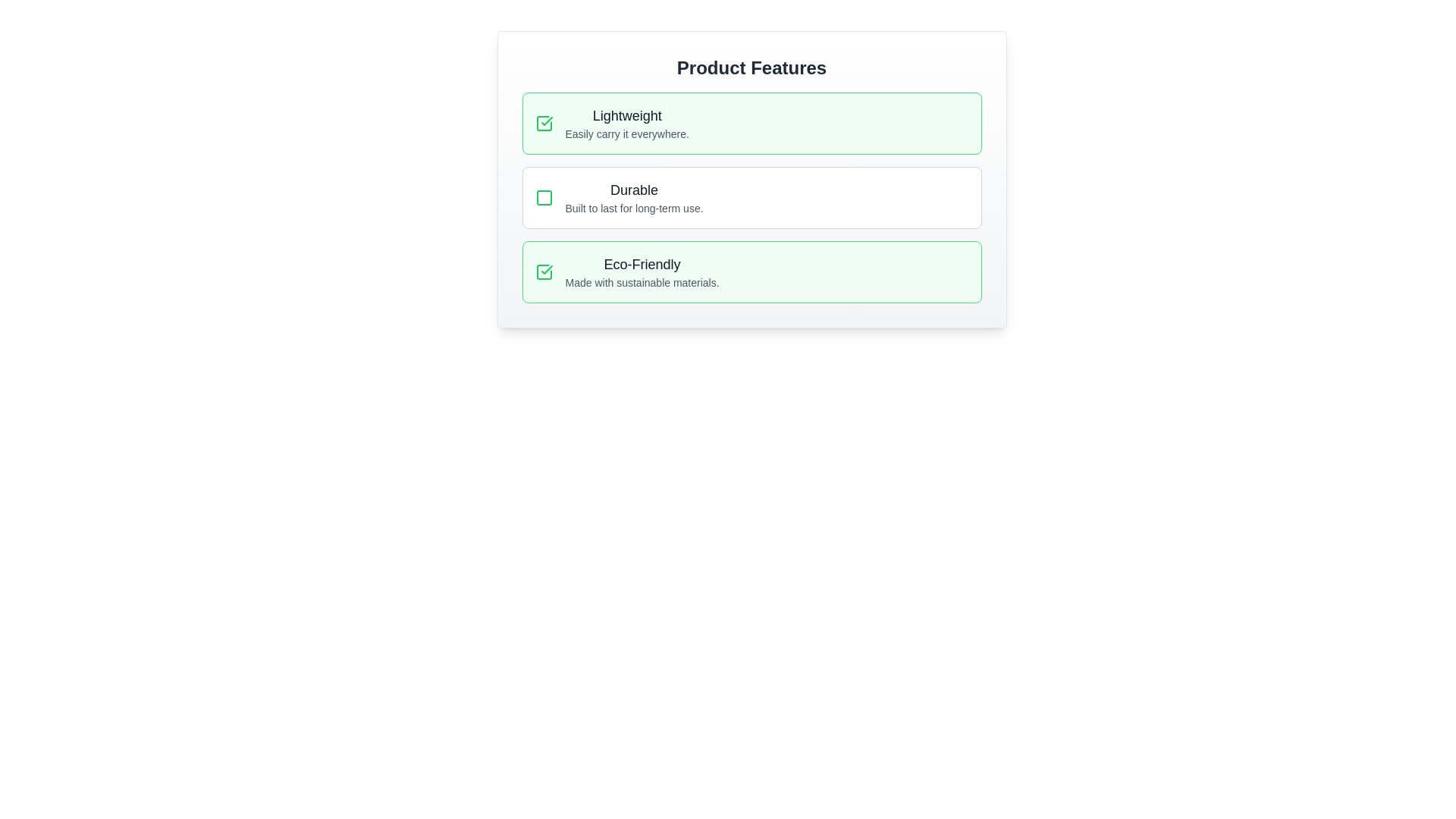 This screenshot has height=819, width=1456. I want to click on the descriptive section that highlights the product's lightweight nature and portability, located in the green-highlighted area at the top of the product features list, so click(627, 122).